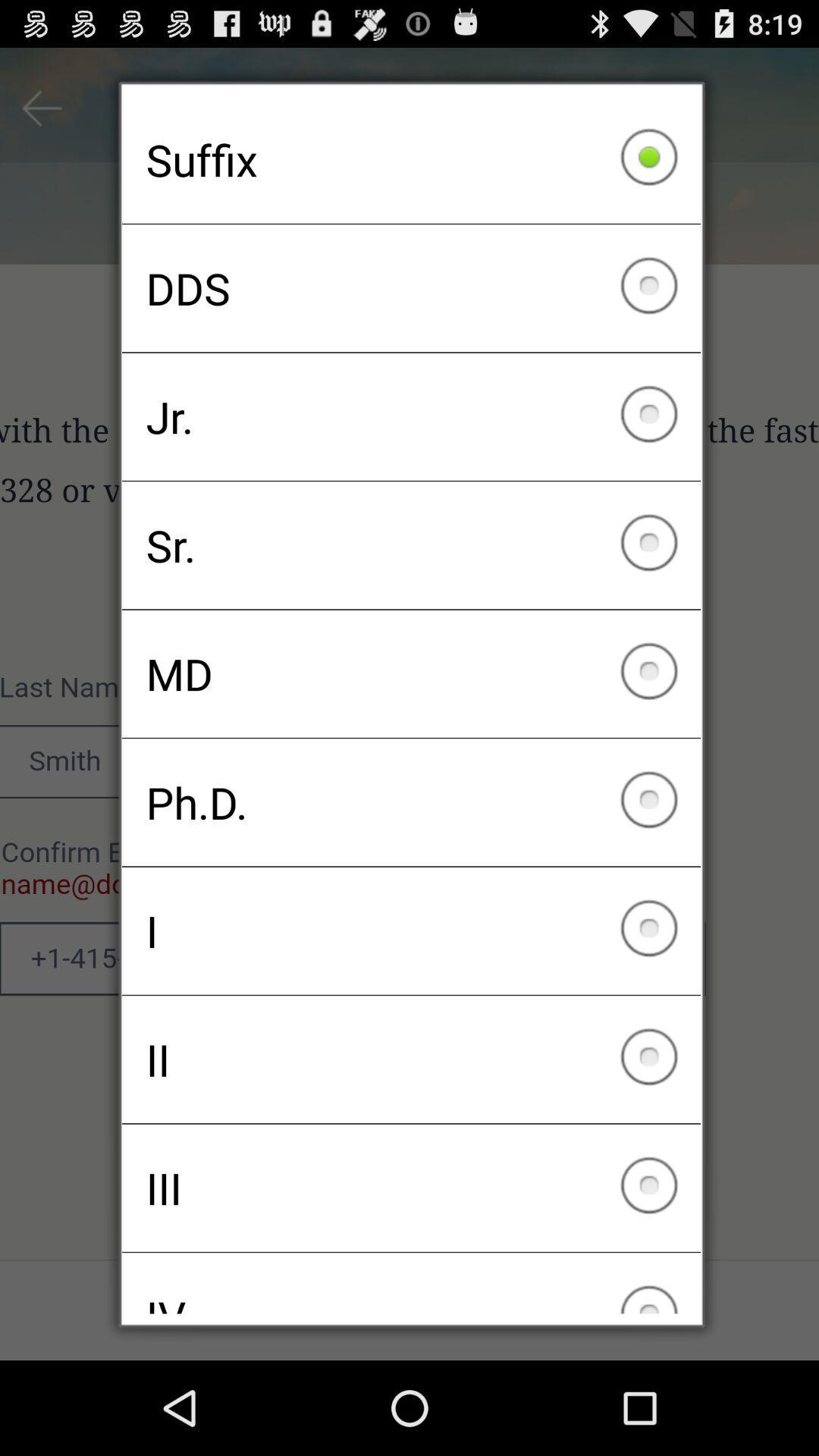 The height and width of the screenshot is (1456, 819). What do you see at coordinates (411, 545) in the screenshot?
I see `sr. checkbox` at bounding box center [411, 545].